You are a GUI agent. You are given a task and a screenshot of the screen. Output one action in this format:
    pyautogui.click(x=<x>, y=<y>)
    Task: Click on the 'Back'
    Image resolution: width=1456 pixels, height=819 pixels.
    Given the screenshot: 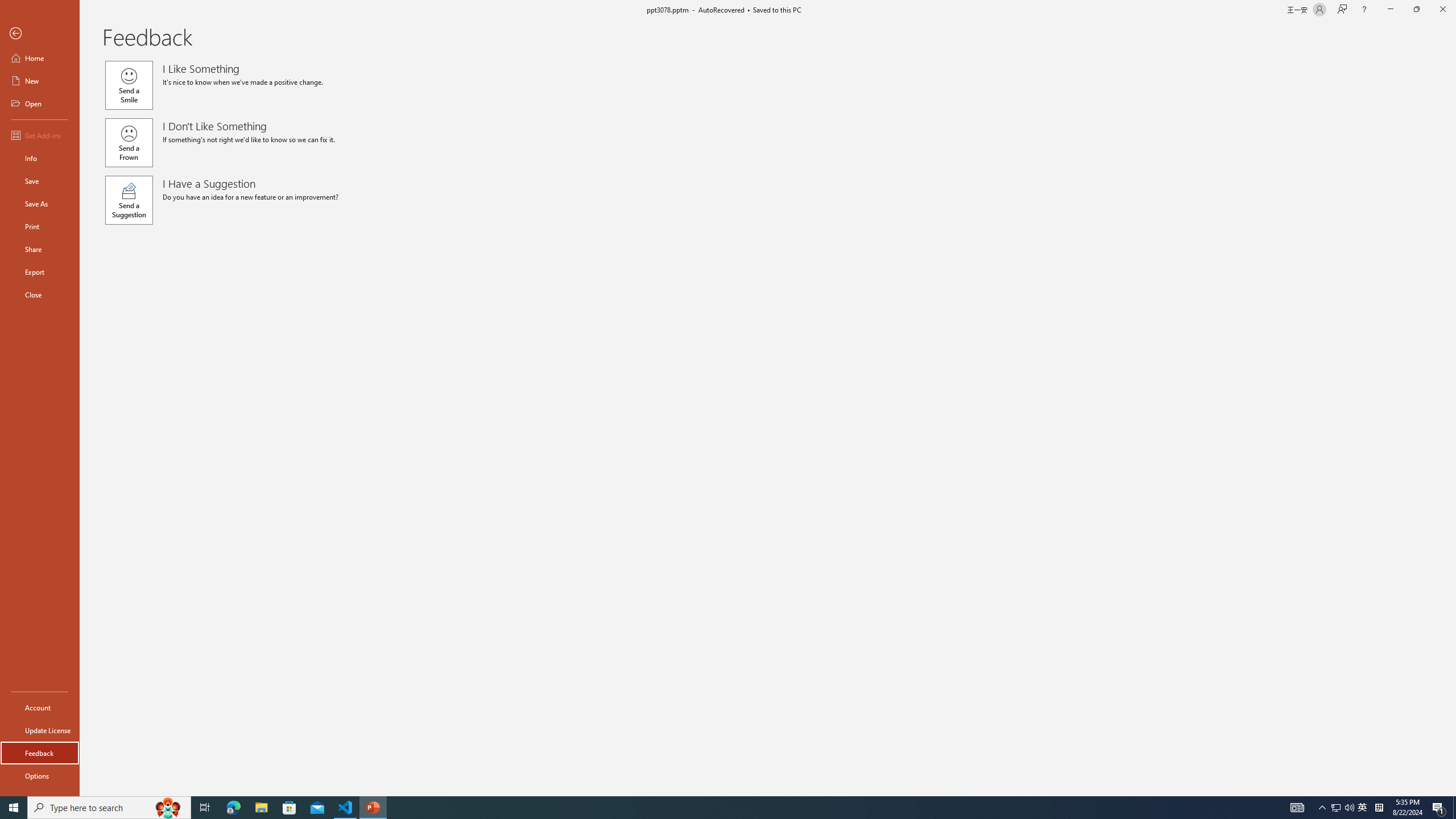 What is the action you would take?
    pyautogui.click(x=39, y=33)
    